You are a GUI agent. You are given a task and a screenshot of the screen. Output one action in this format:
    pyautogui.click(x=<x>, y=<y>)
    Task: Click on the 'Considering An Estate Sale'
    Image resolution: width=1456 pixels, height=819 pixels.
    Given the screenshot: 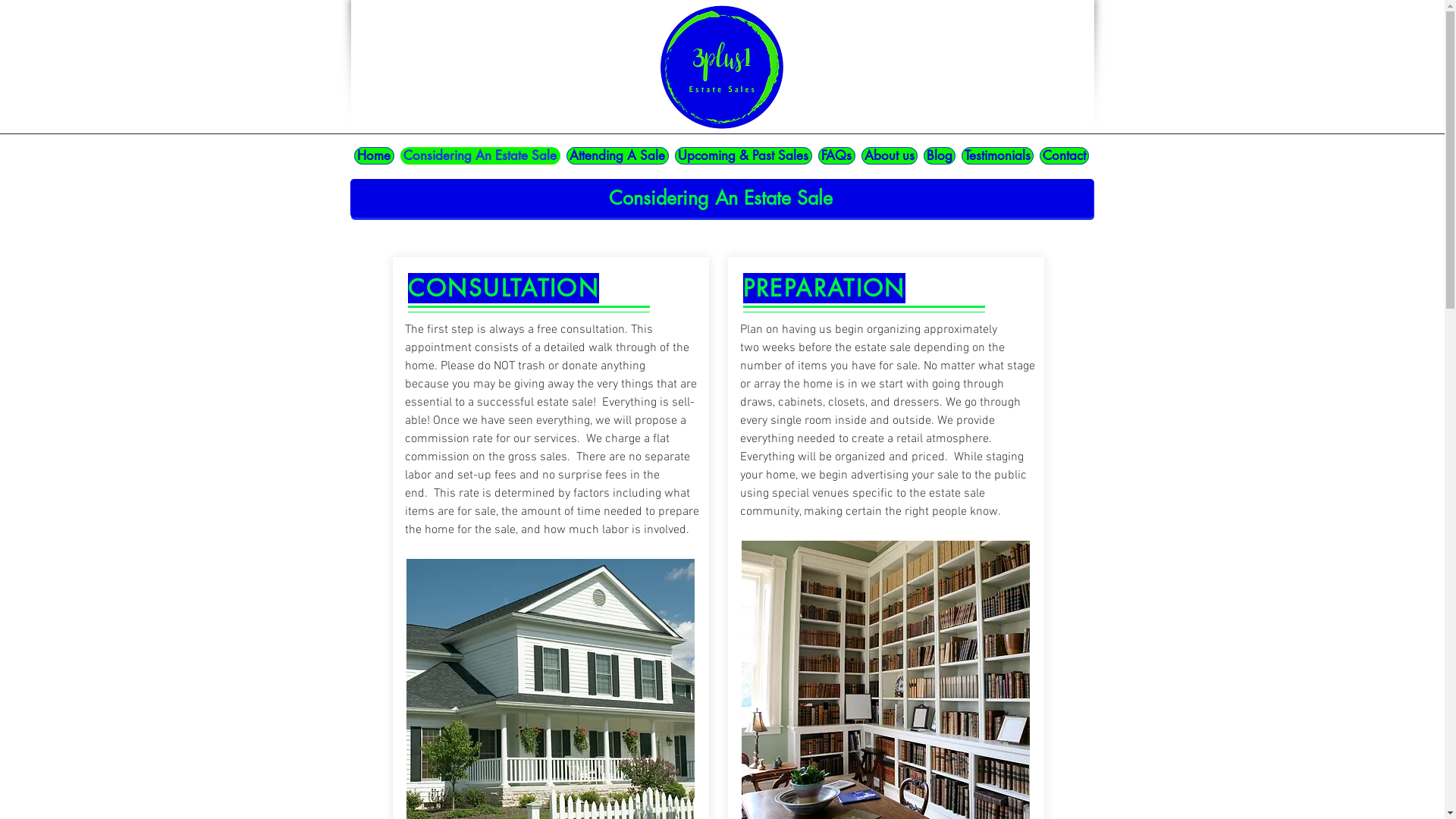 What is the action you would take?
    pyautogui.click(x=479, y=155)
    